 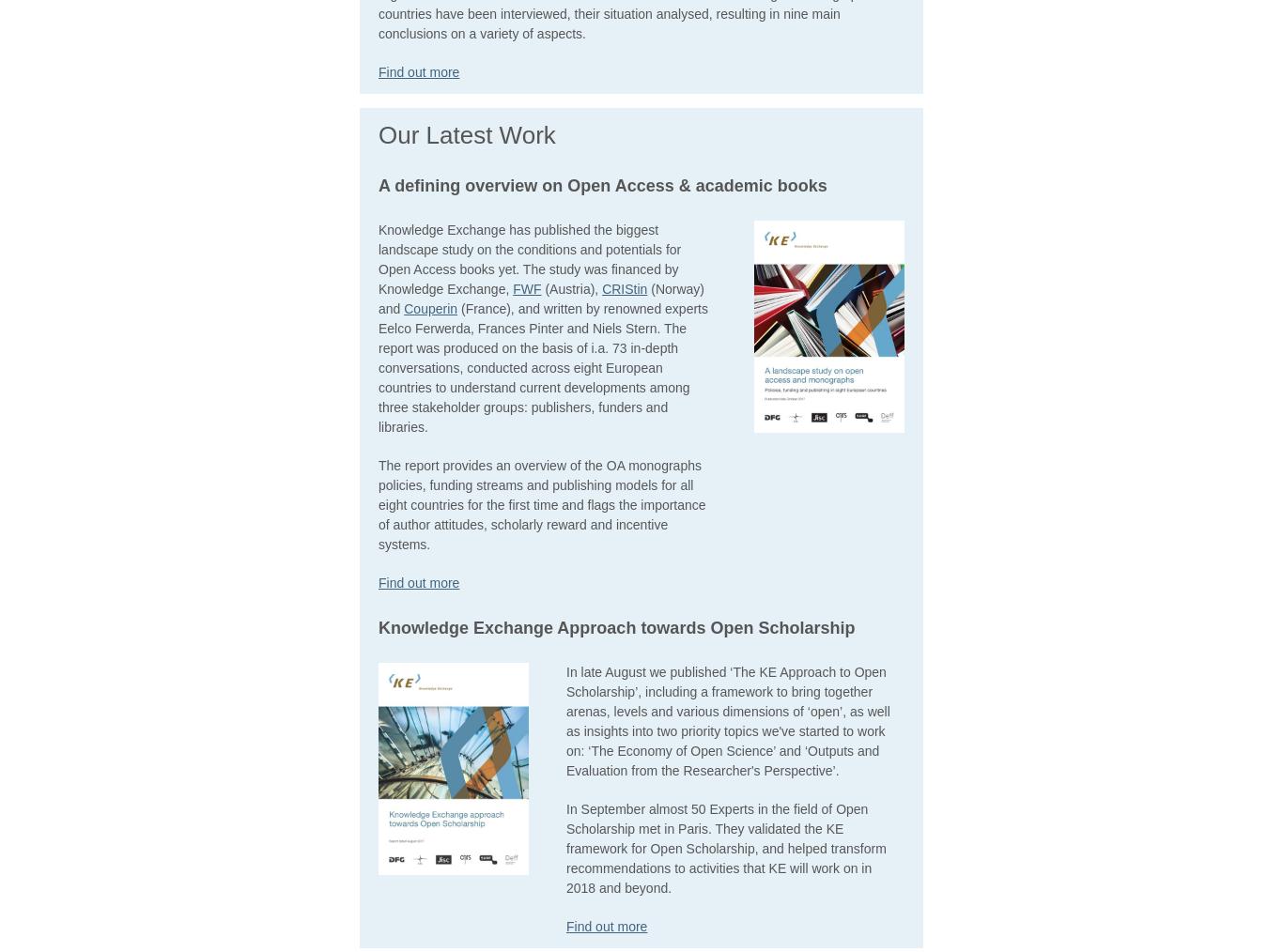 What do you see at coordinates (430, 309) in the screenshot?
I see `'Couperin'` at bounding box center [430, 309].